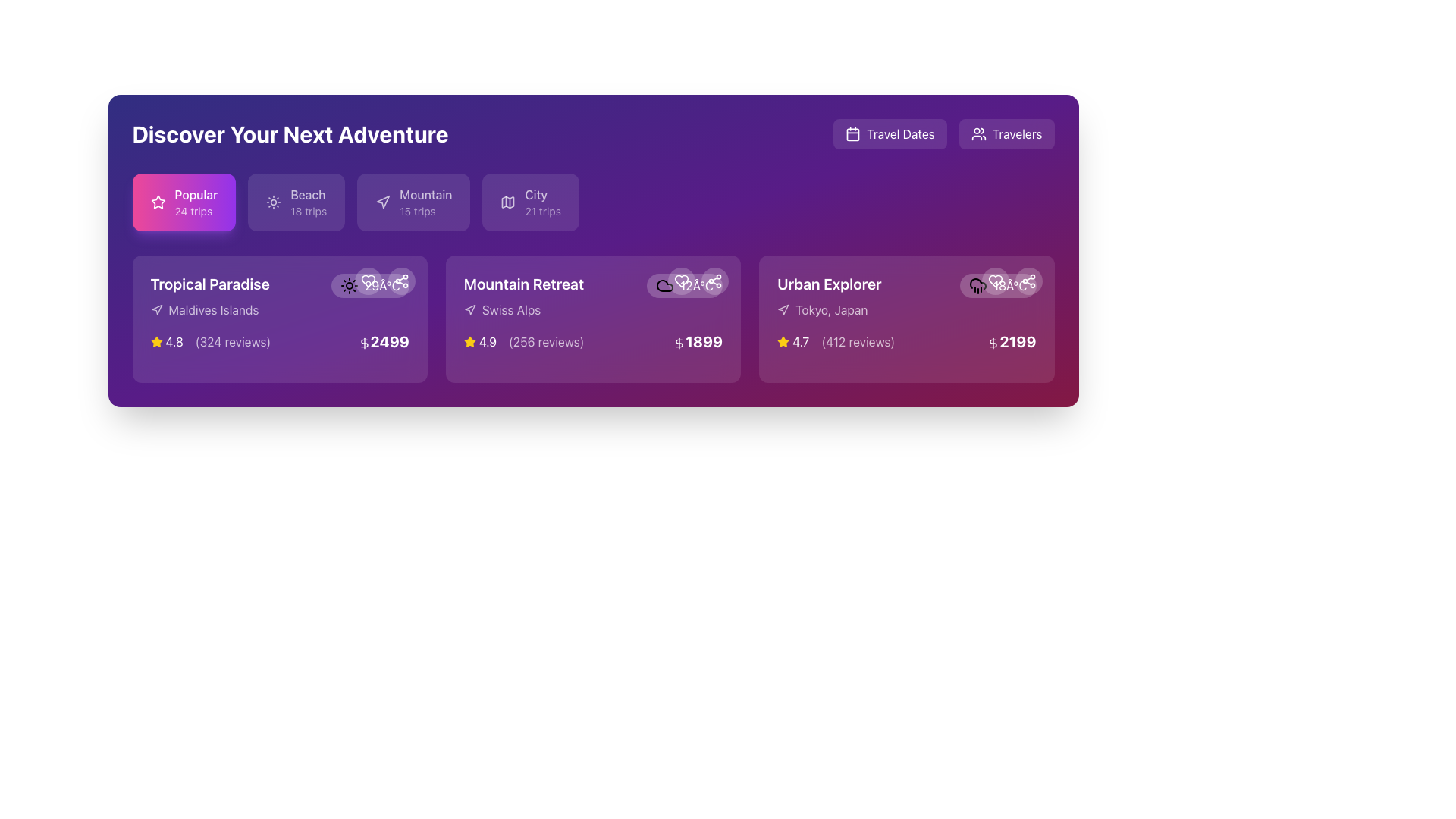  I want to click on the 'Beach' button, which prominently displays the text 'Beach' in bold with an icon of a sun, to filter the list of trips, so click(297, 201).